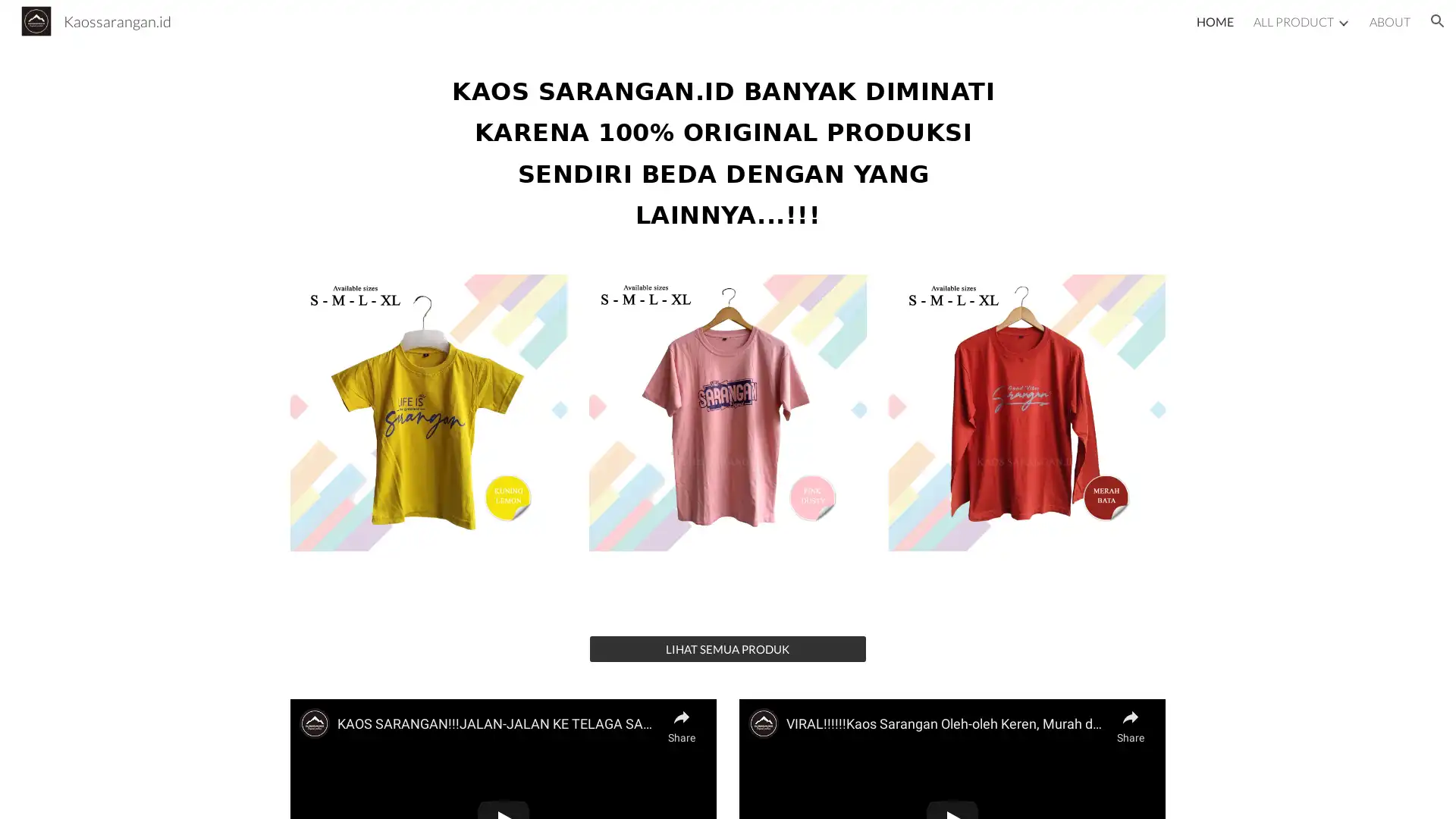  I want to click on Report abuse, so click(182, 792).